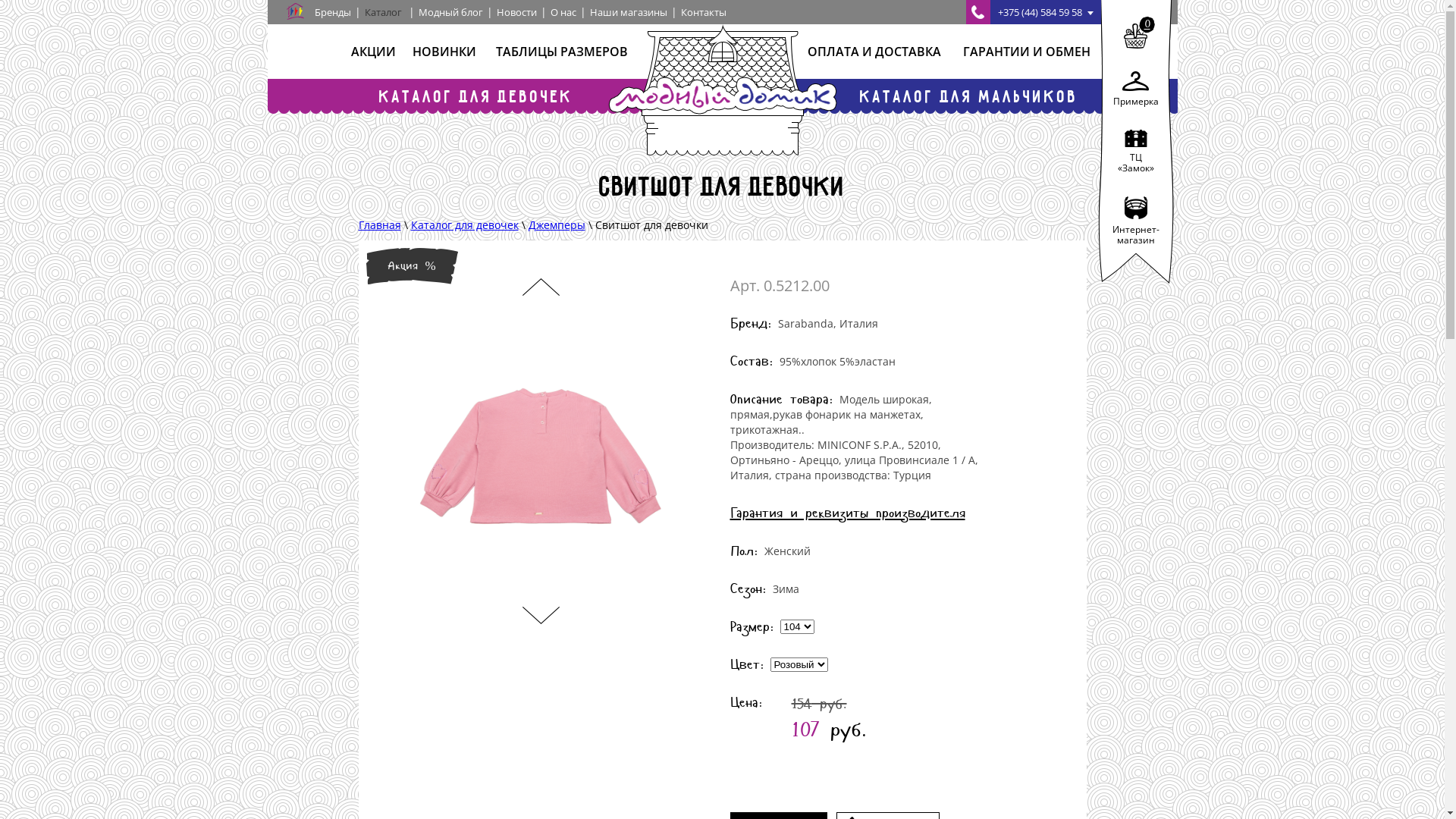  Describe the element at coordinates (965, 11) in the screenshot. I see `'+375 (44) 584 59 58'` at that location.